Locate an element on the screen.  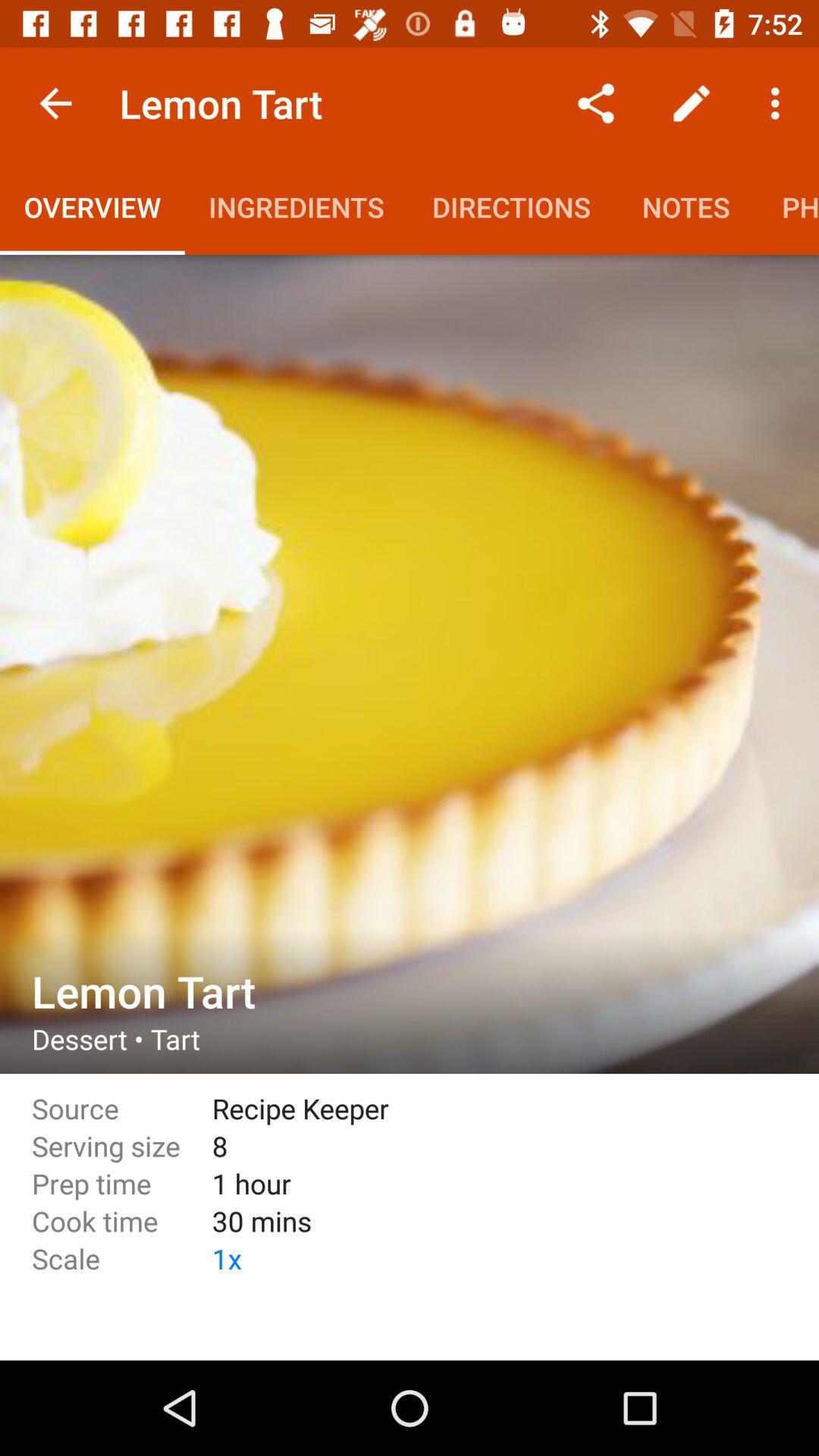
item to the left of lemon tart item is located at coordinates (55, 102).